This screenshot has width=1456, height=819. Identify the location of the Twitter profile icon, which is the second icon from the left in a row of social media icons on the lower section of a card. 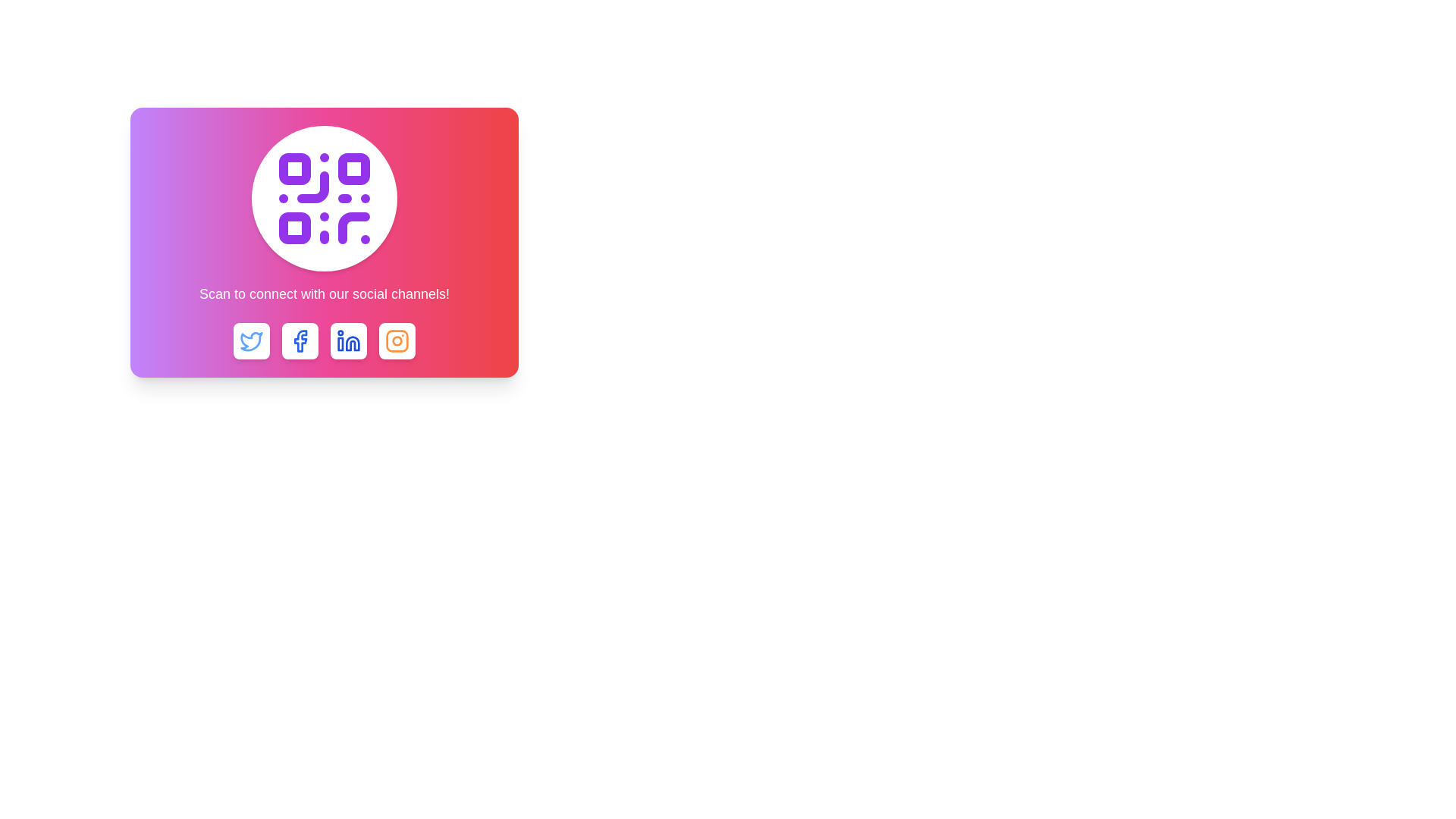
(251, 341).